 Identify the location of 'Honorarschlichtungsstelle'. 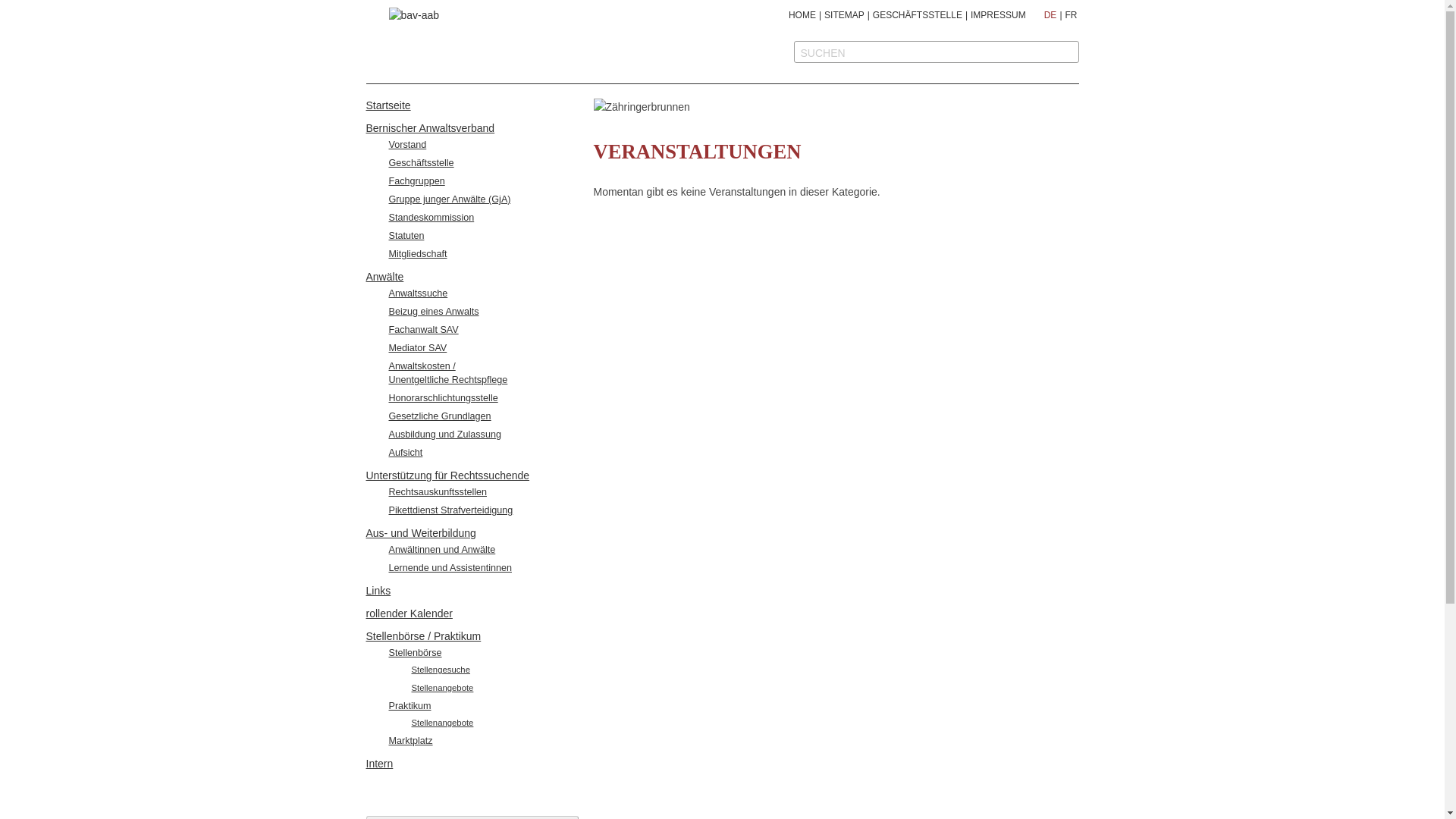
(442, 397).